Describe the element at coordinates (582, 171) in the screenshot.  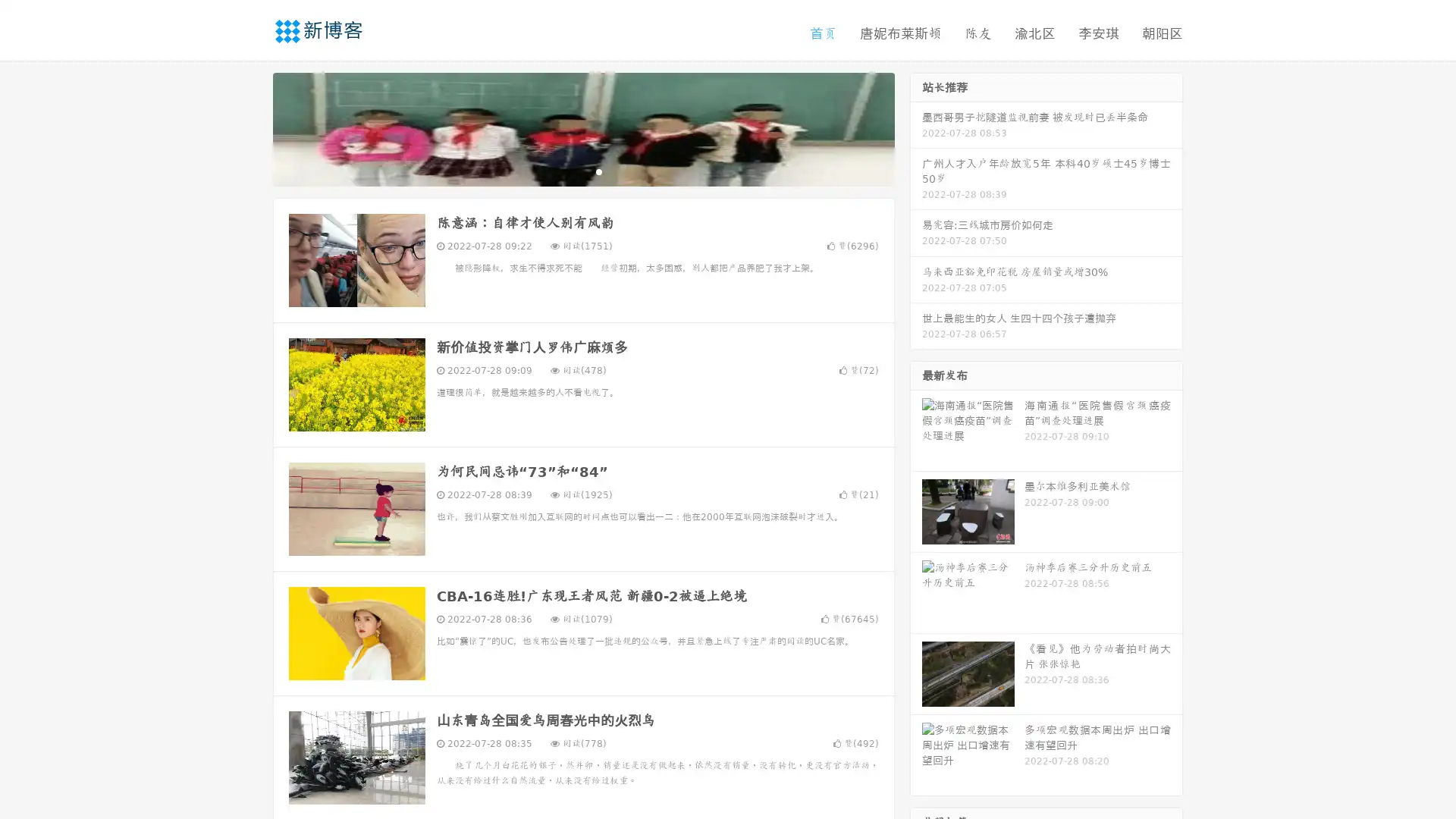
I see `Go to slide 2` at that location.